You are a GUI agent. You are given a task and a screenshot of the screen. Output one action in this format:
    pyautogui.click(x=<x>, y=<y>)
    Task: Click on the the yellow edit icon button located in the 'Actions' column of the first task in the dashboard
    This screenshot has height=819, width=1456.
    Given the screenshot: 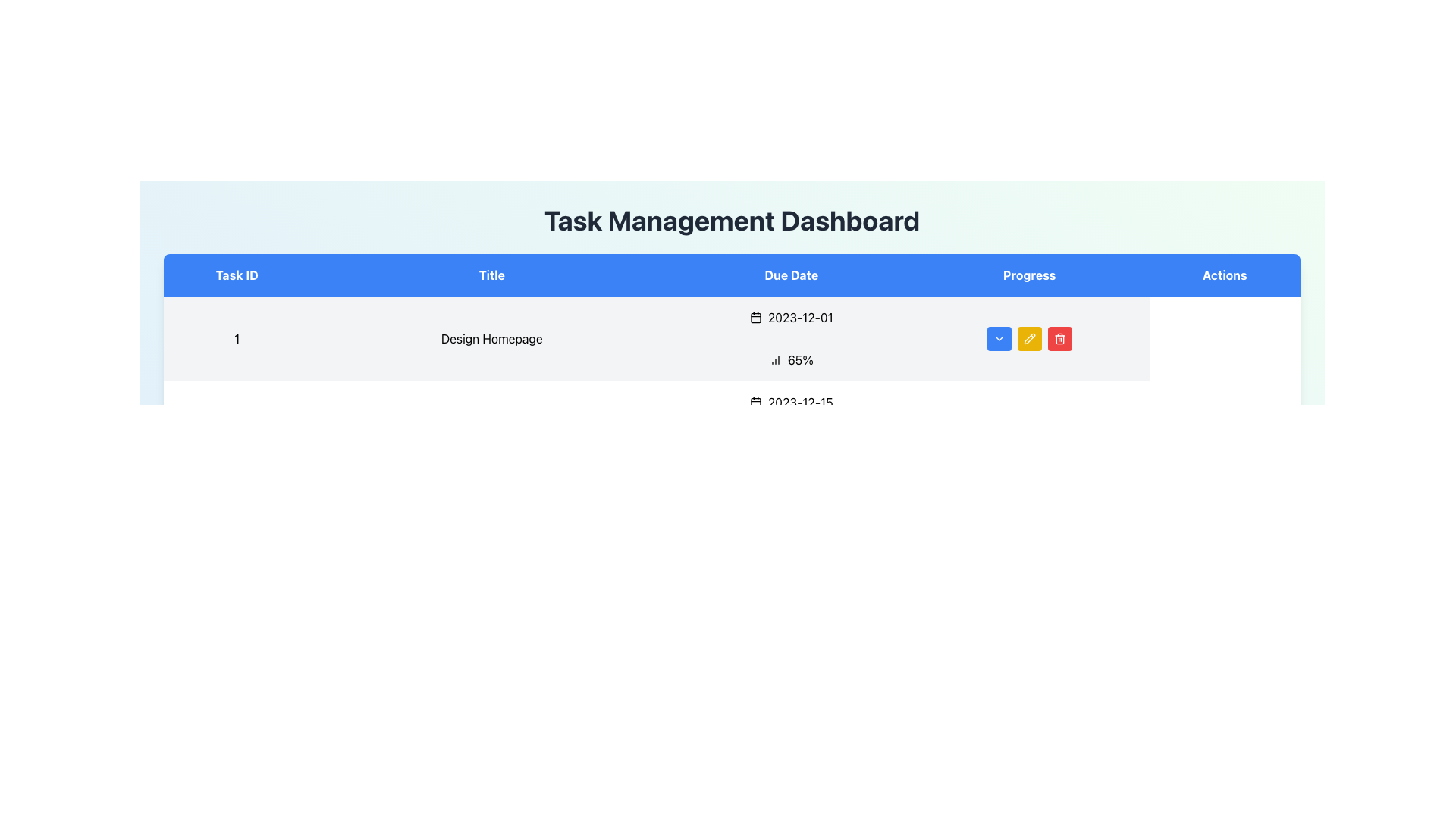 What is the action you would take?
    pyautogui.click(x=1029, y=338)
    